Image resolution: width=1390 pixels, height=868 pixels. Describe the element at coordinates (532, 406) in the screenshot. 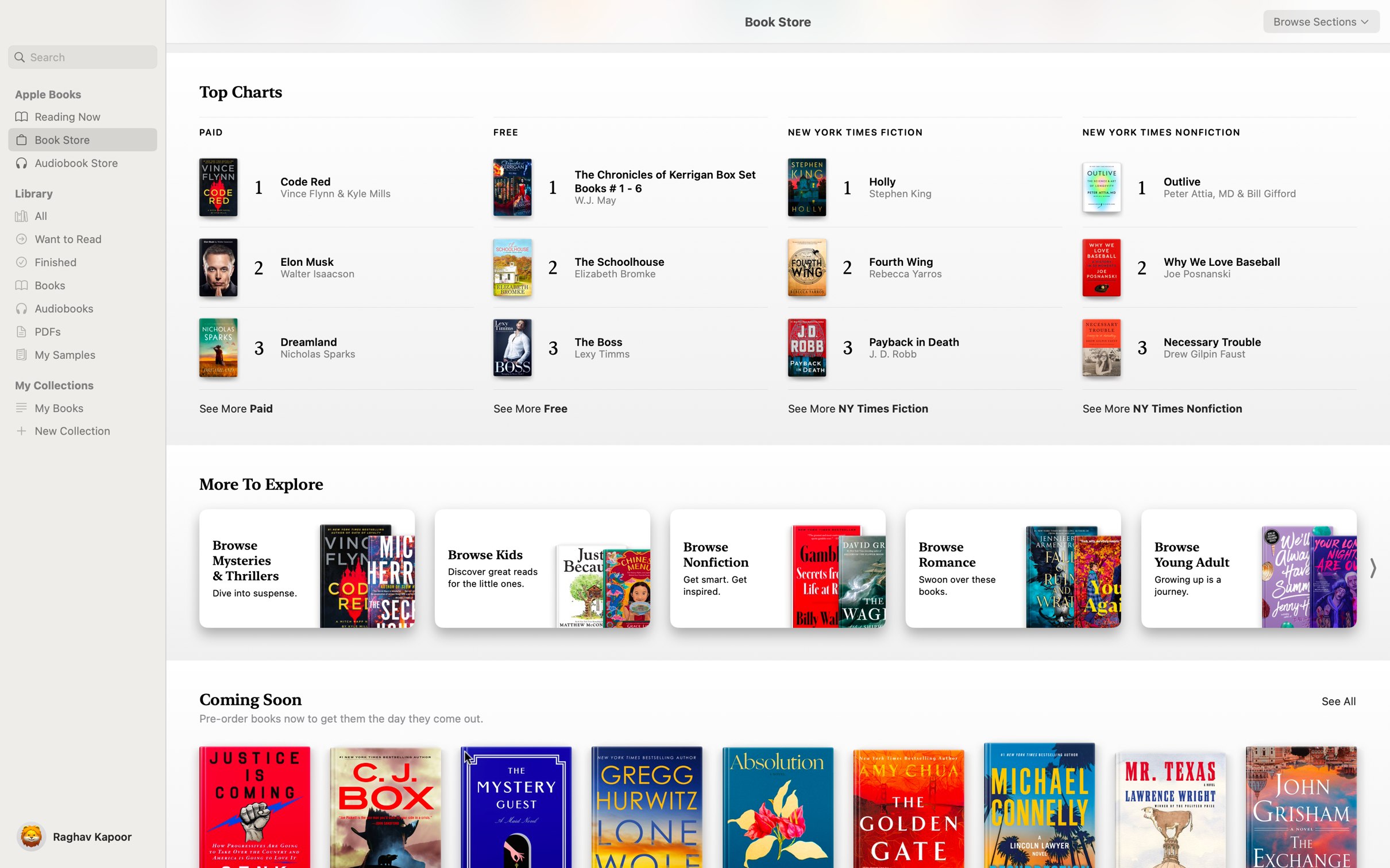

I see `See the full list of free books in top charts` at that location.